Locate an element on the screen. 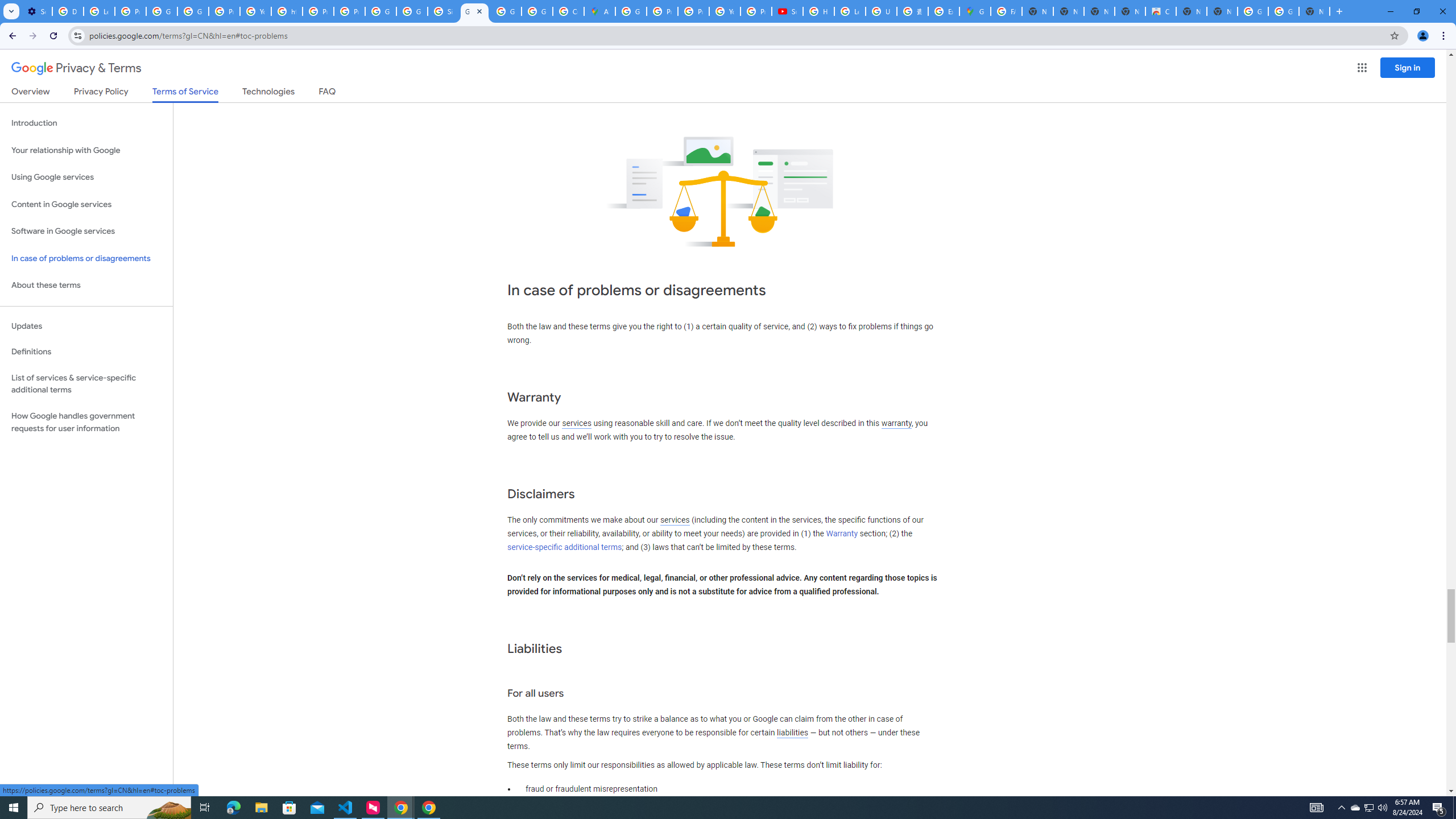 This screenshot has width=1456, height=819. 'Content in Google services' is located at coordinates (86, 205).